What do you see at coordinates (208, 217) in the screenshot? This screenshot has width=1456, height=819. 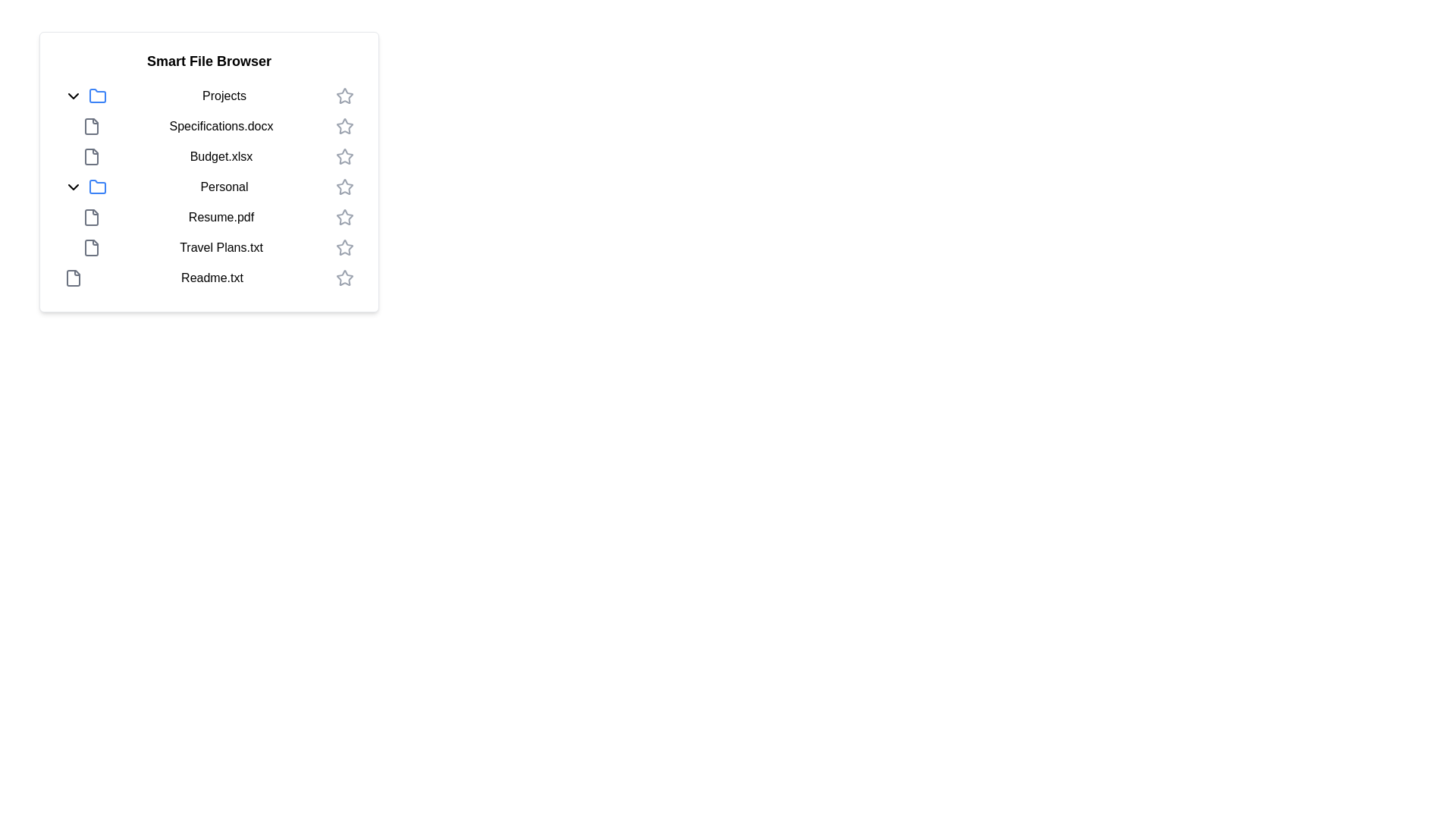 I see `the 'Resume.pdf' text label within the 'Personal' folder` at bounding box center [208, 217].